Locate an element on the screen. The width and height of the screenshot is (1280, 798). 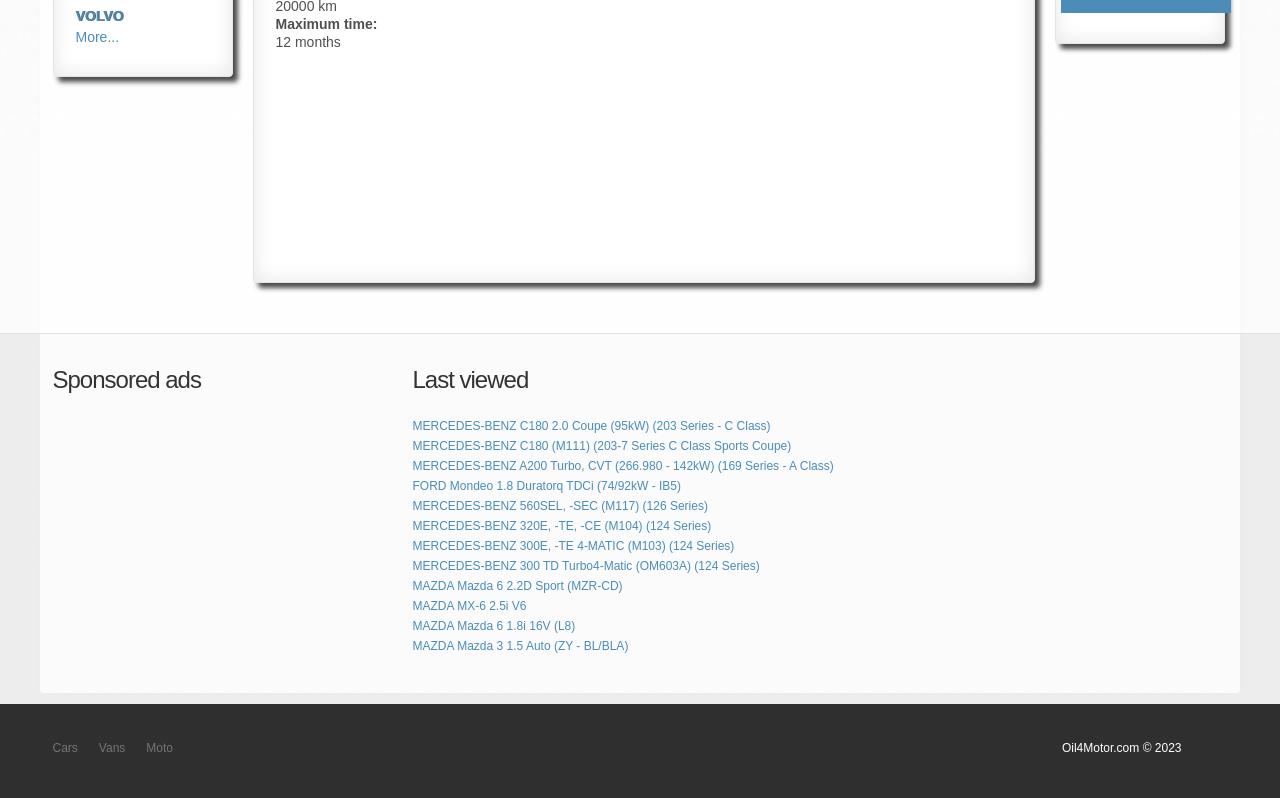
'MERCEDES-BENZ A200 Turbo, CVT (266.980 - 142kW) (169 Series - A Class)' is located at coordinates (621, 465).